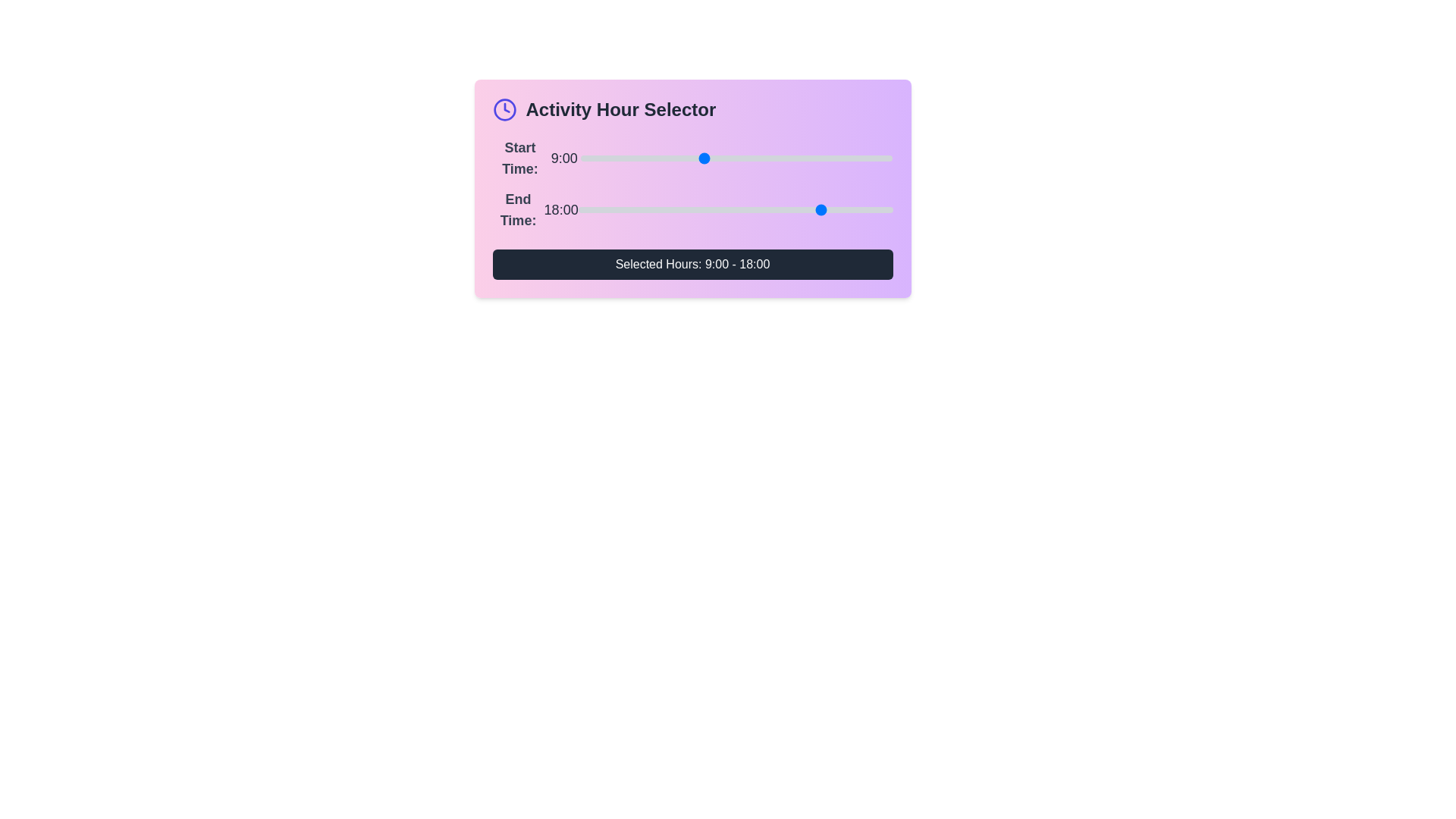  What do you see at coordinates (646, 210) in the screenshot?
I see `the end time slider to set the hour to 5` at bounding box center [646, 210].